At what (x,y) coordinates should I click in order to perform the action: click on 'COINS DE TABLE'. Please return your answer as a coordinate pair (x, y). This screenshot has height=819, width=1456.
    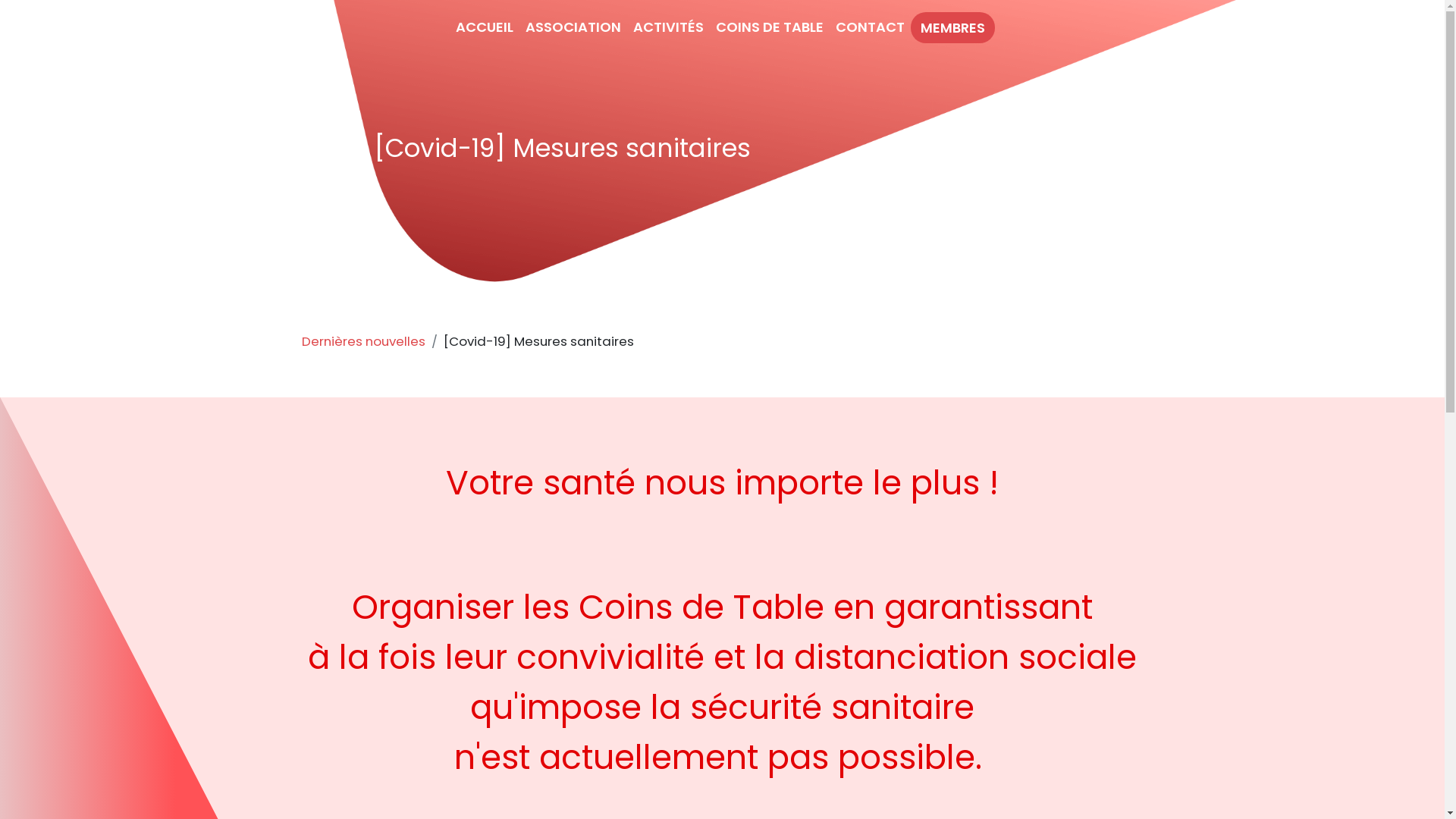
    Looking at the image, I should click on (769, 27).